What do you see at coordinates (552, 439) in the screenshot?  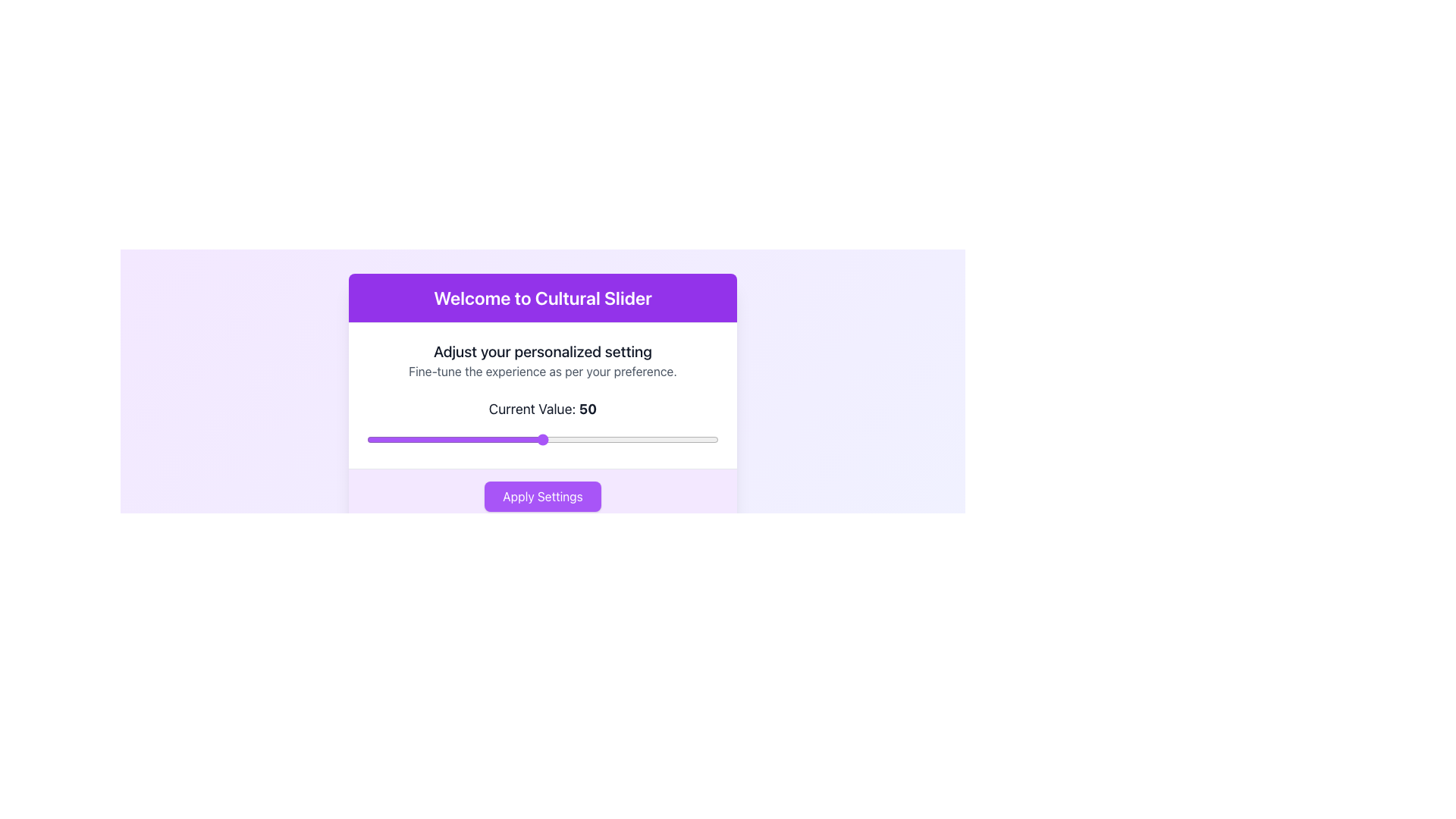 I see `the slider` at bounding box center [552, 439].